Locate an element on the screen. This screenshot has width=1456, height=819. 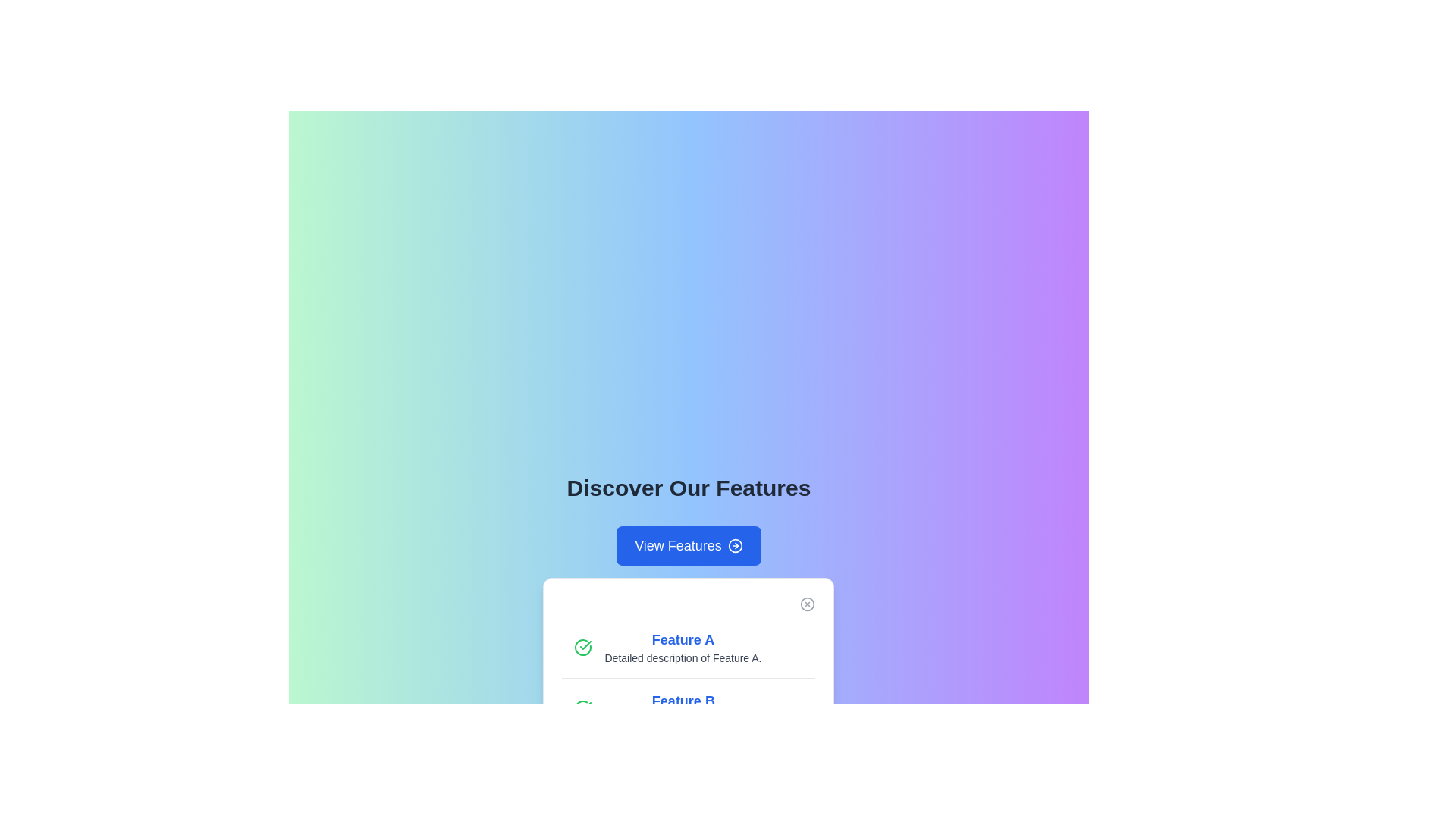
the icon of type circle with an arrow pointing right, located slightly to the right side of the 'View Features' button, to interact with it is located at coordinates (735, 546).